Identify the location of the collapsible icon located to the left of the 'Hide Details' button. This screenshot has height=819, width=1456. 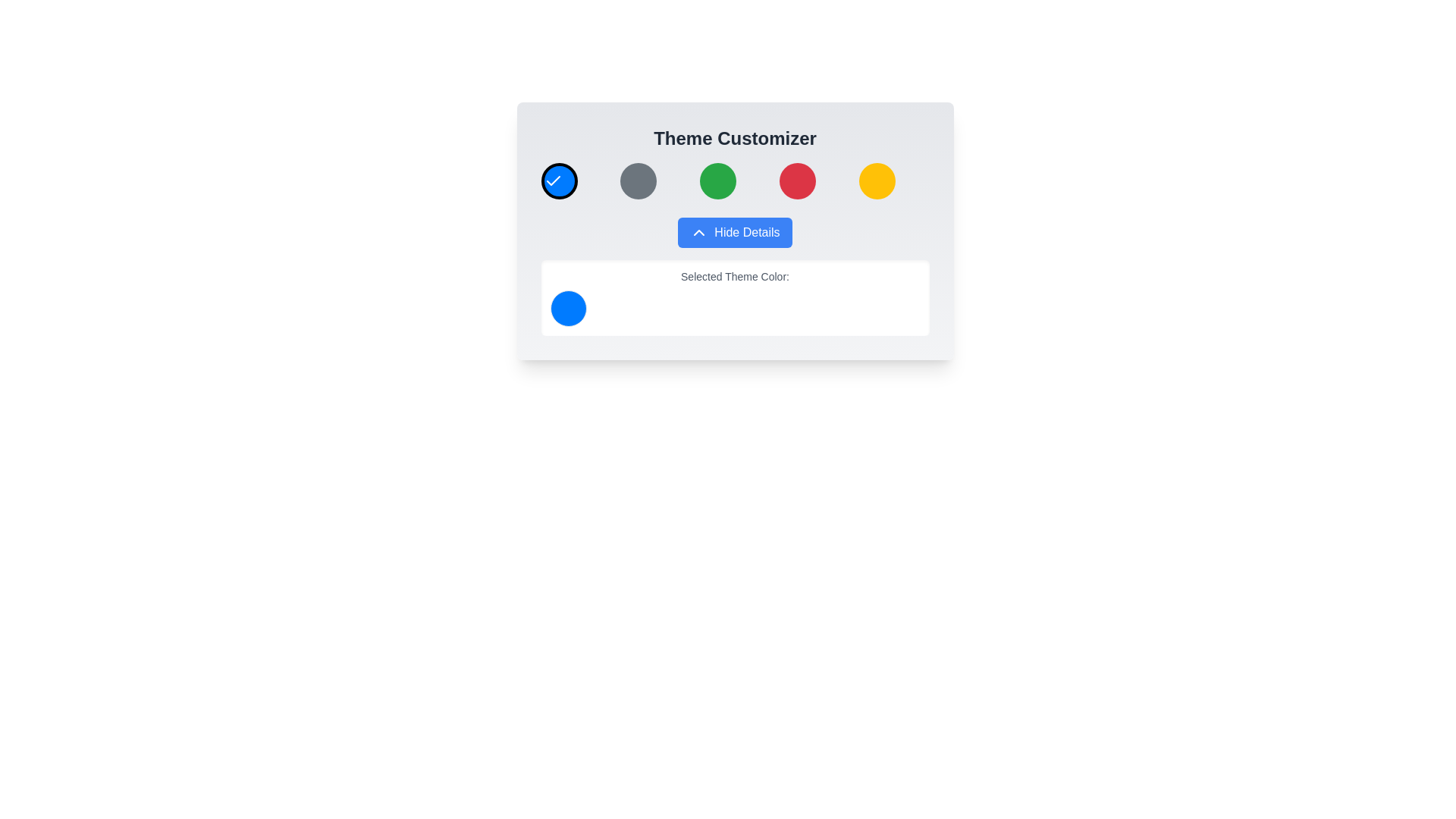
(698, 233).